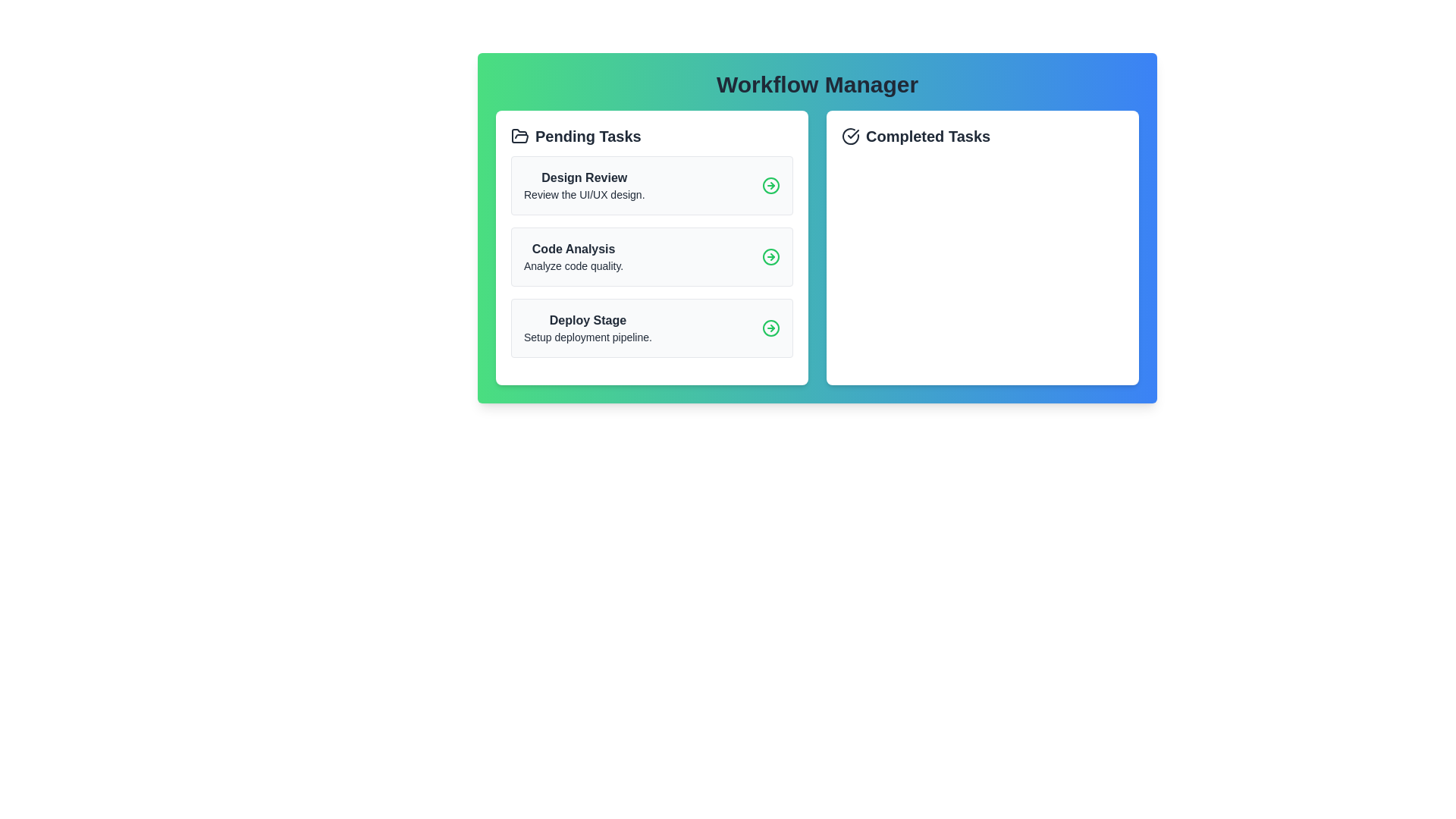 Image resolution: width=1456 pixels, height=819 pixels. What do you see at coordinates (583, 194) in the screenshot?
I see `descriptive text located directly beneath the bolded heading 'Design Review' in the first task card under the 'Pending Tasks' section` at bounding box center [583, 194].